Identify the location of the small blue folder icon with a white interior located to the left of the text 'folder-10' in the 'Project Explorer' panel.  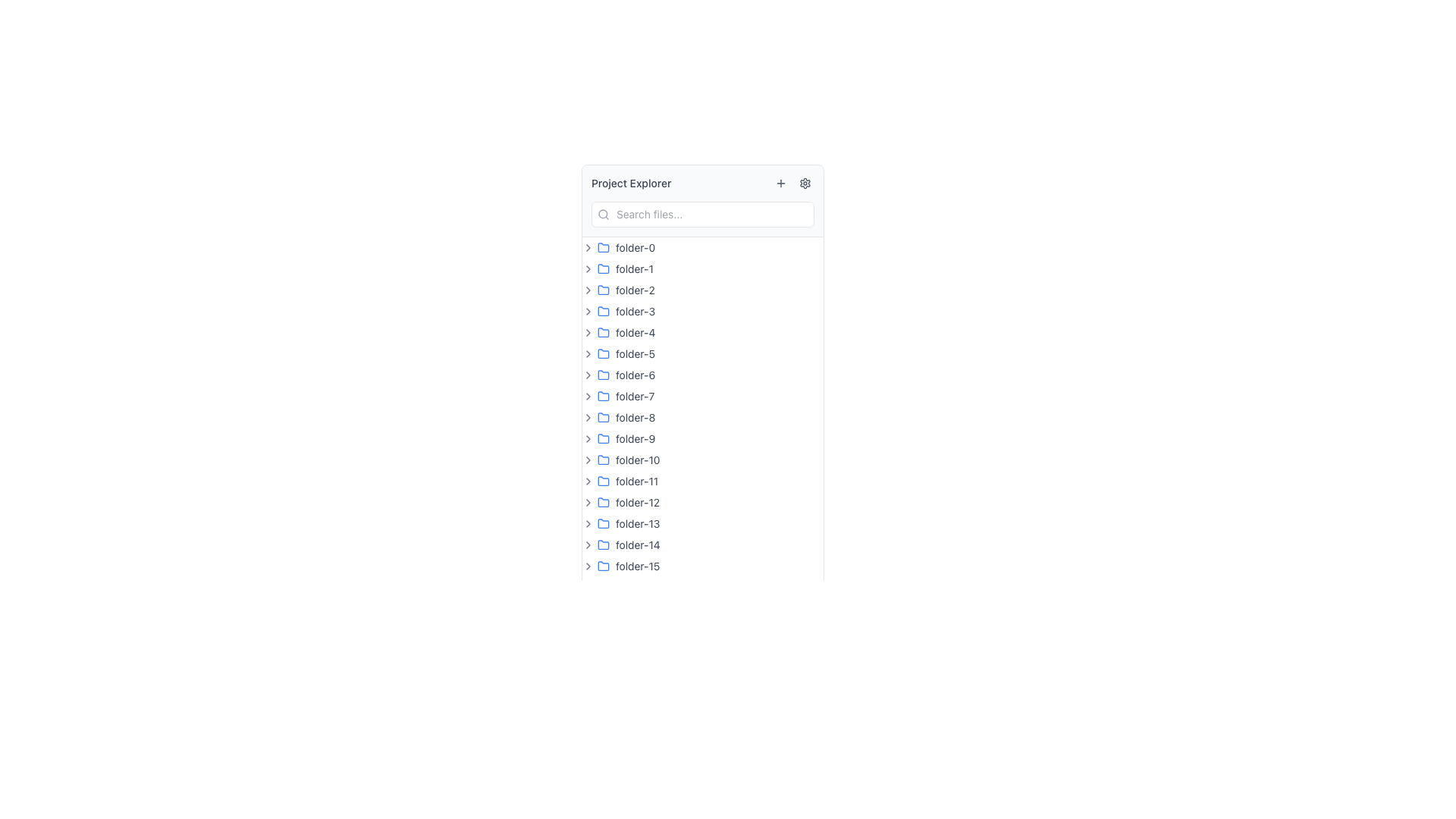
(603, 458).